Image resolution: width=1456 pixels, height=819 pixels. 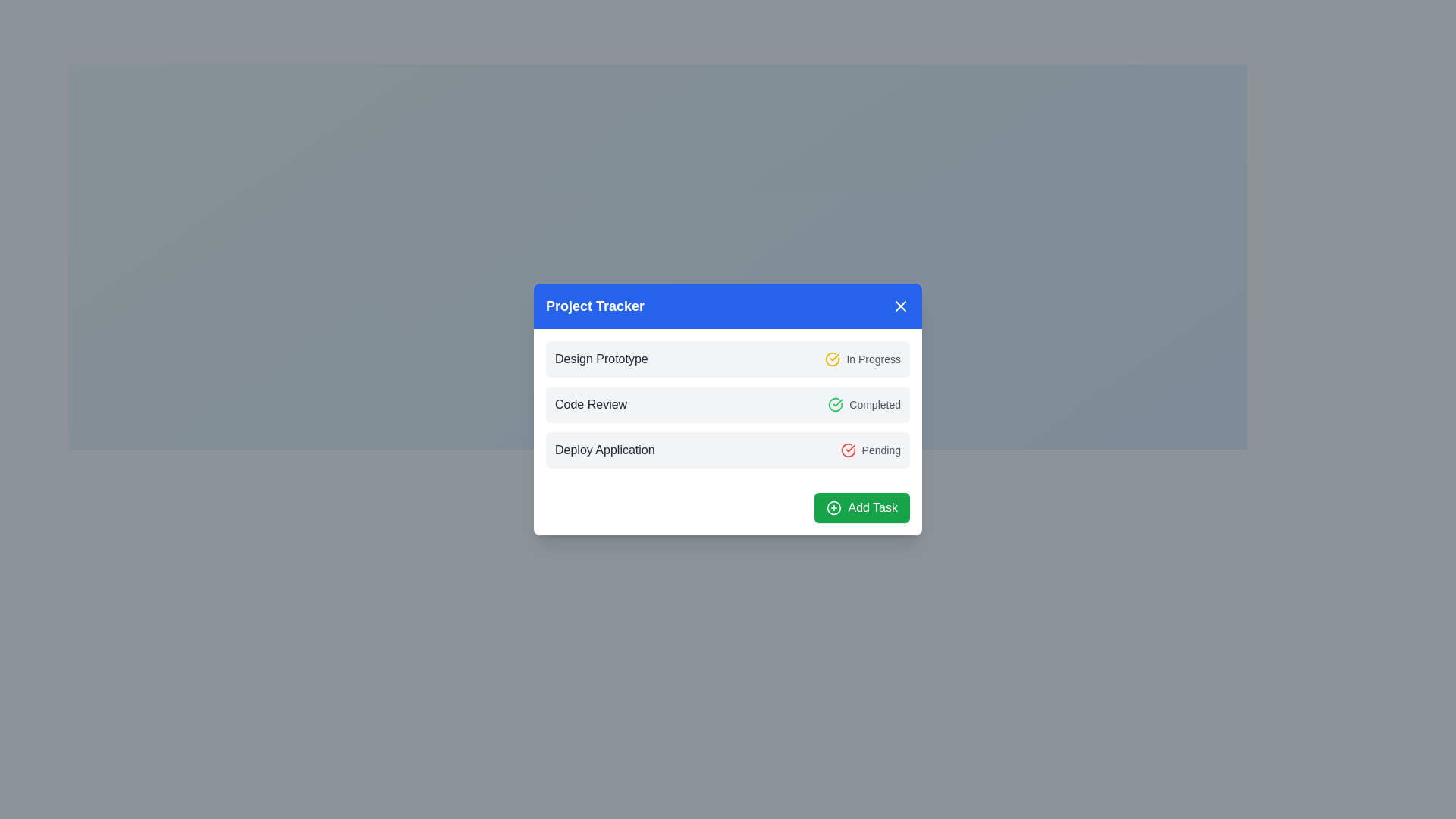 I want to click on details of the Task status display card labeled 'Deploy Application', which is the third item in the Project Tracker list and has a status of 'Pending', so click(x=728, y=450).